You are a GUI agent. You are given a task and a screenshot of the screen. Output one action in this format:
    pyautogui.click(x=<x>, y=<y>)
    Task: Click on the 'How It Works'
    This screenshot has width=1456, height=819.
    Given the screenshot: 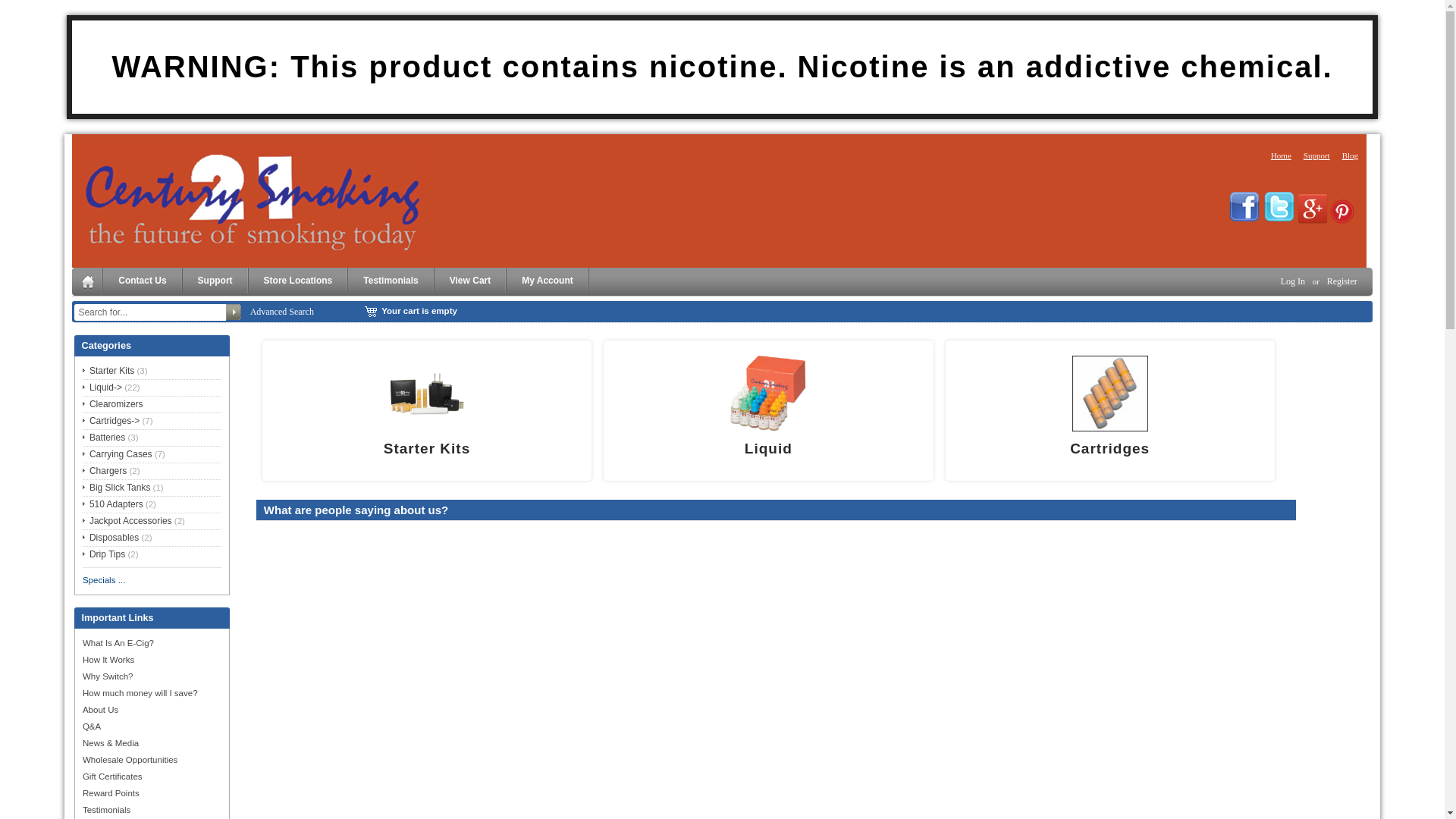 What is the action you would take?
    pyautogui.click(x=108, y=659)
    